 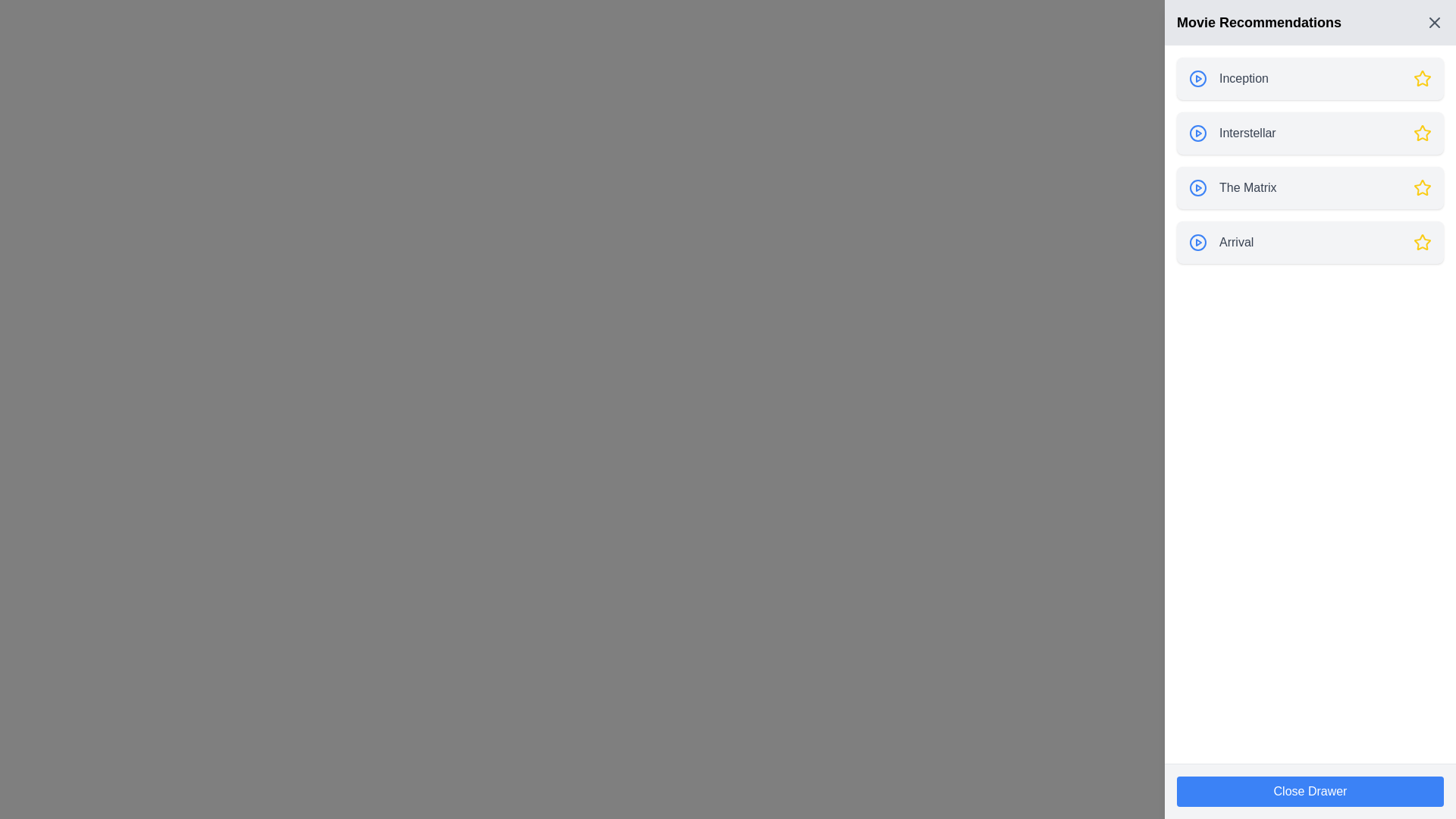 What do you see at coordinates (1197, 242) in the screenshot?
I see `the circular blue outlined play button with a triangular icon located to the left of the 'Arrival' label in the right side panel` at bounding box center [1197, 242].